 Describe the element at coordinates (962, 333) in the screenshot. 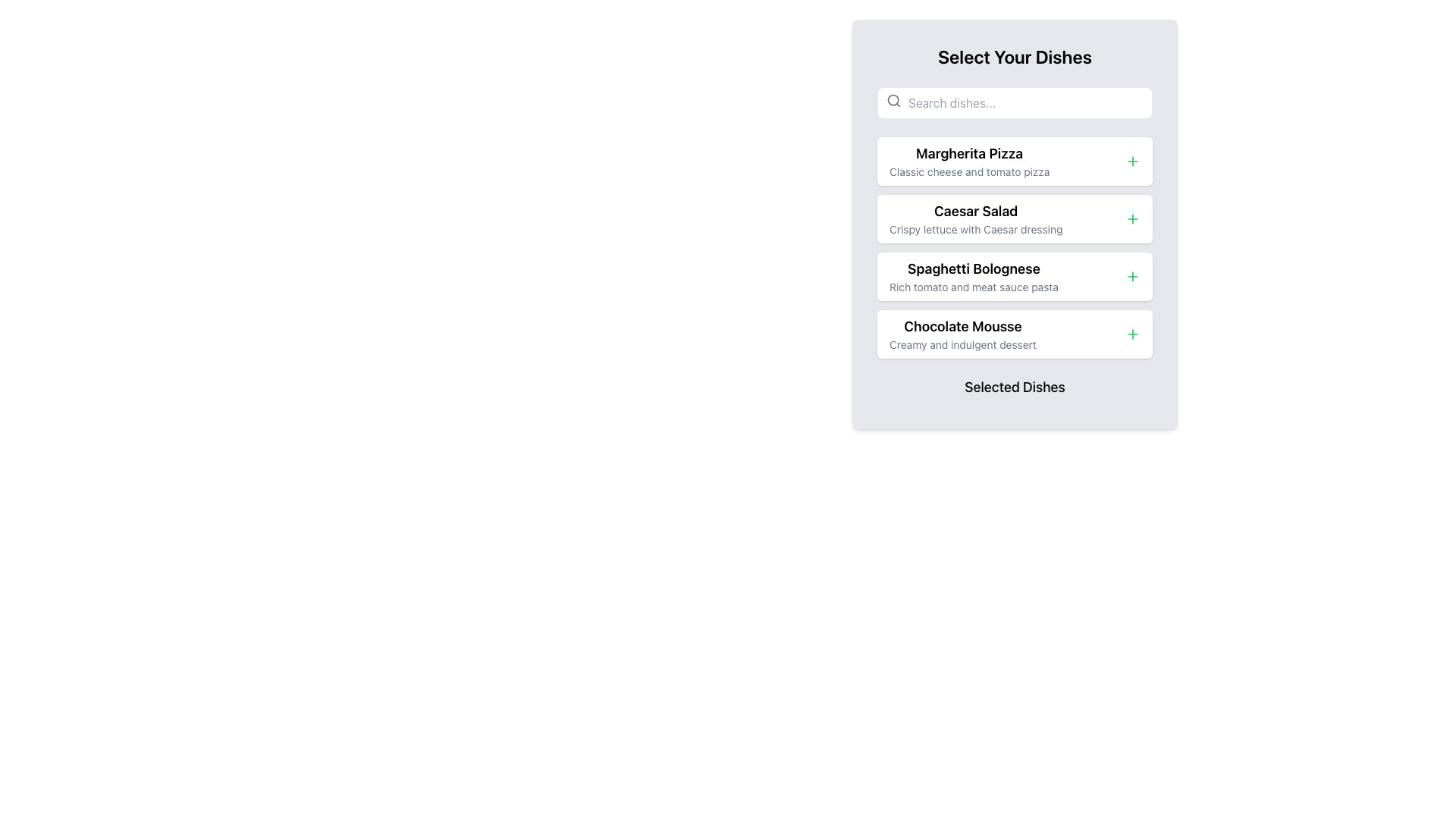

I see `to select the 'Chocolate Mousse' dish from the list of selectable dishes, which is the third visible item located below 'Spaghetti Bolognese'` at that location.